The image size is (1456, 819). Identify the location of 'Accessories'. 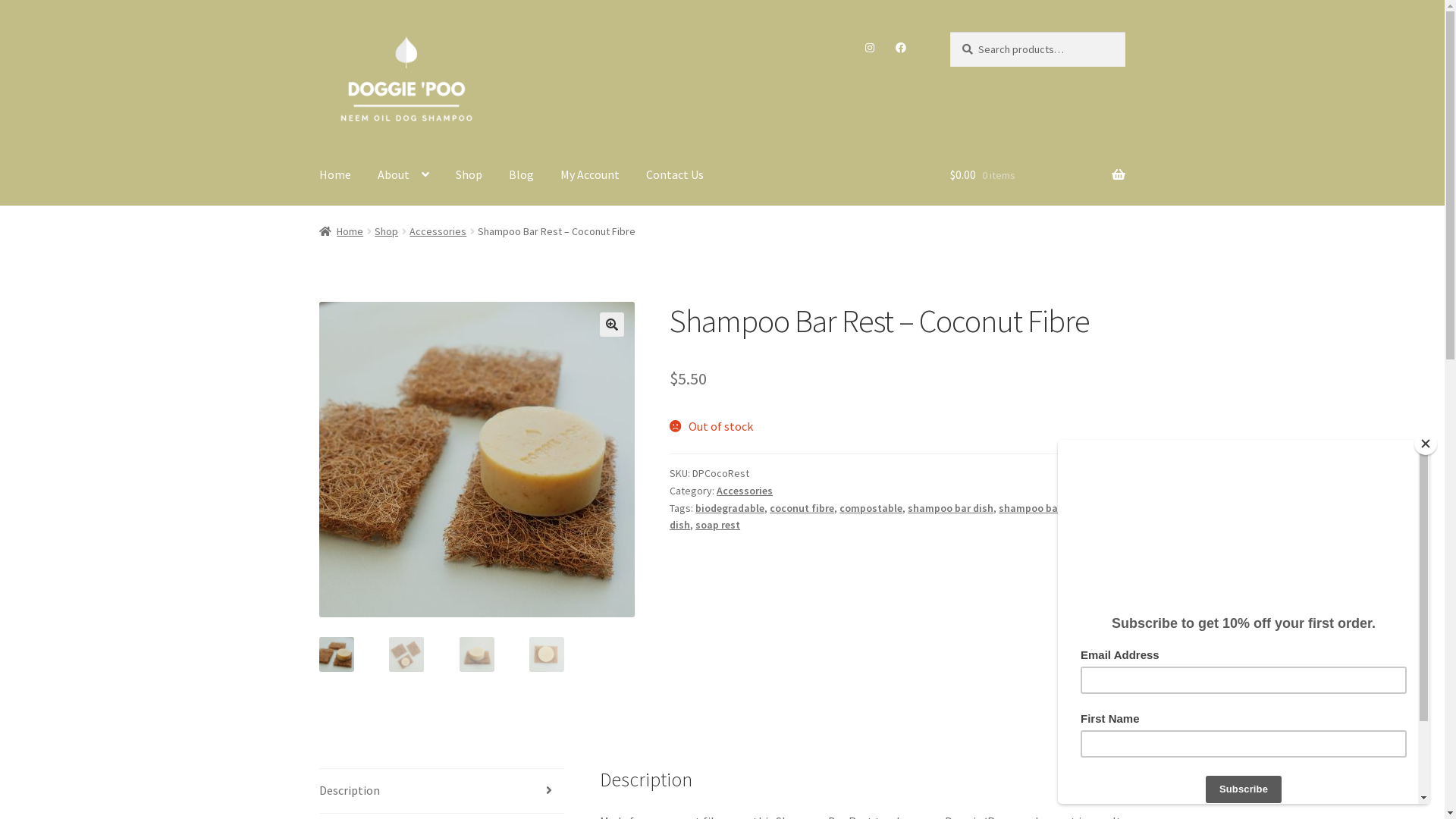
(745, 491).